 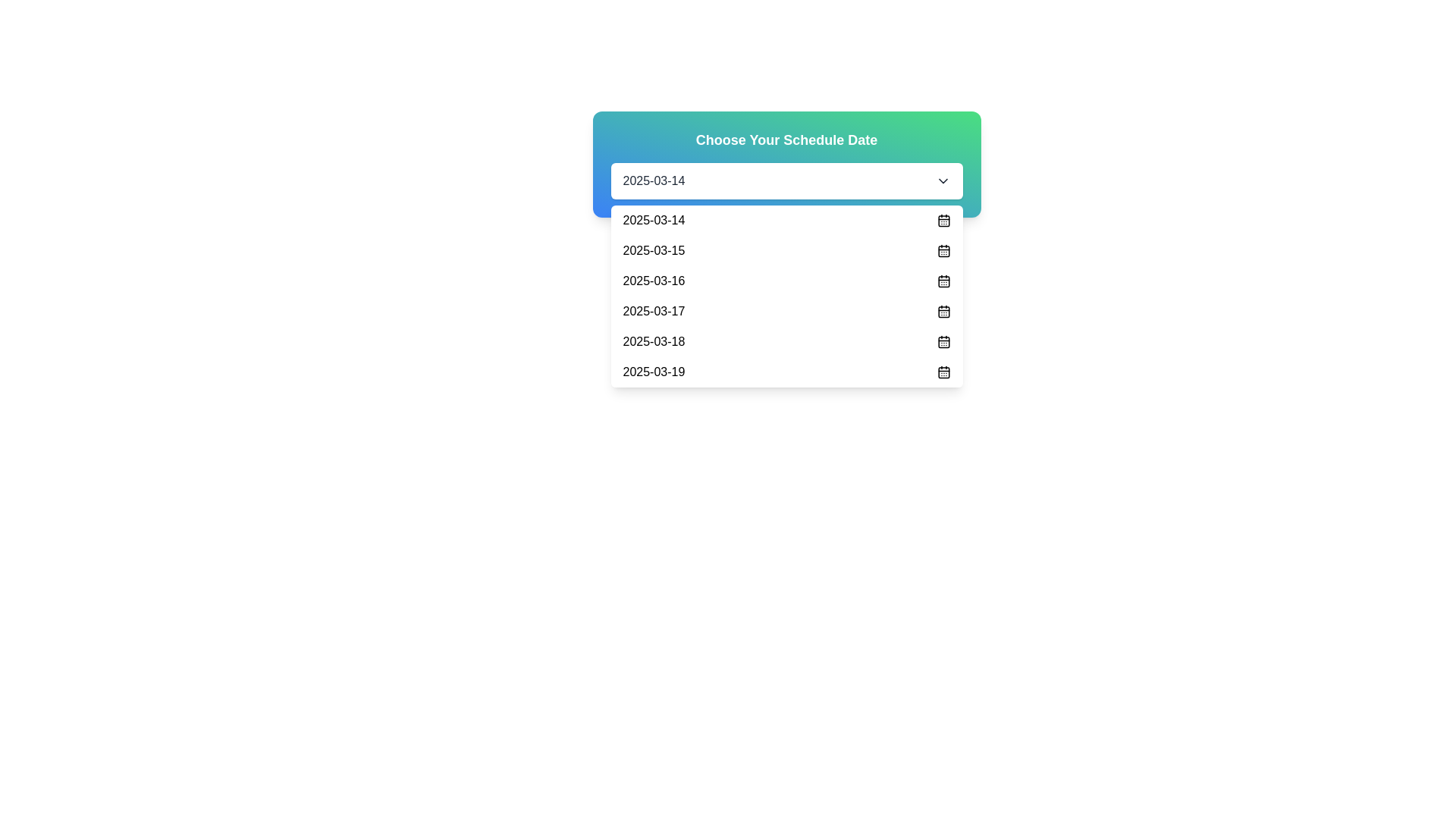 I want to click on the Calendar body region icon, which is part of the date picker functionality located in the dropdown menu of dates, to the right of '2025-03-18', so click(x=943, y=342).